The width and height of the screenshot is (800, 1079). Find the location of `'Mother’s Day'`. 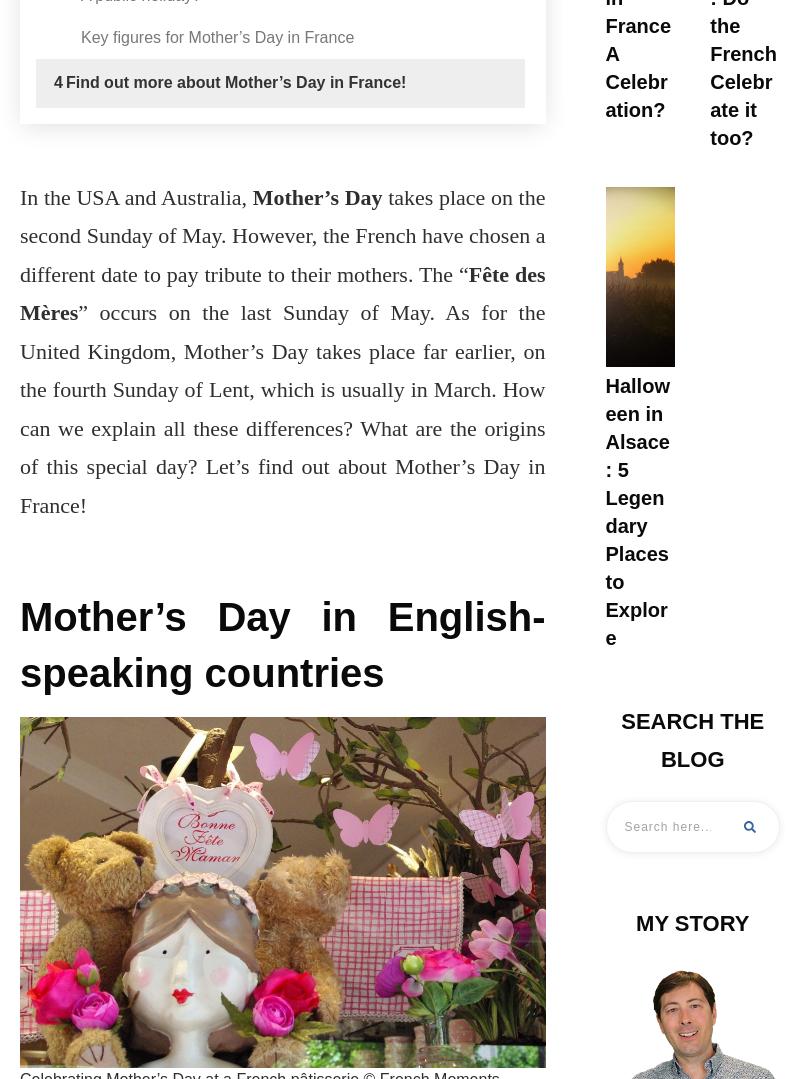

'Mother’s Day' is located at coordinates (315, 196).